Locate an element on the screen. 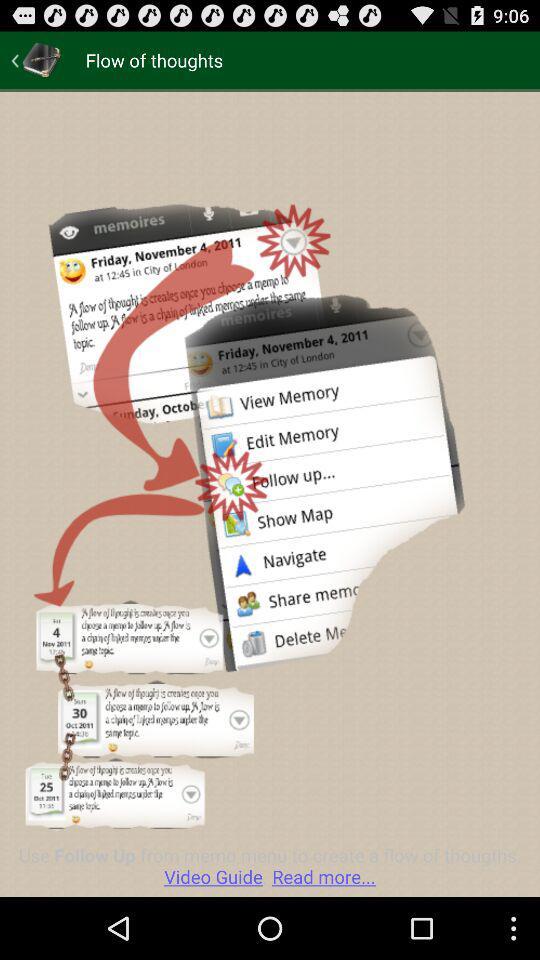 Image resolution: width=540 pixels, height=960 pixels. icon at the bottom is located at coordinates (270, 865).